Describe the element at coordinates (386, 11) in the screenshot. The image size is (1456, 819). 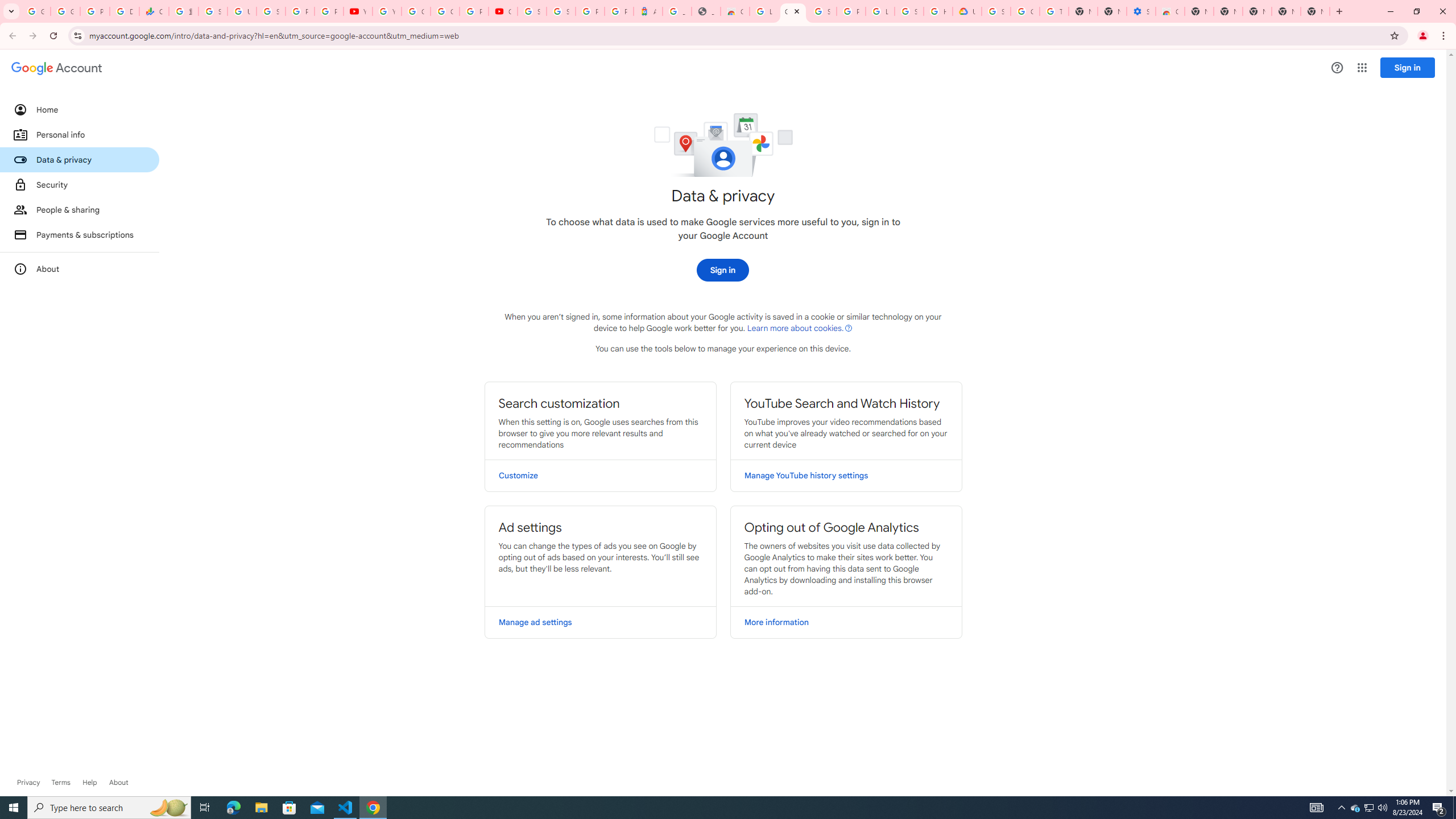
I see `'YouTube'` at that location.